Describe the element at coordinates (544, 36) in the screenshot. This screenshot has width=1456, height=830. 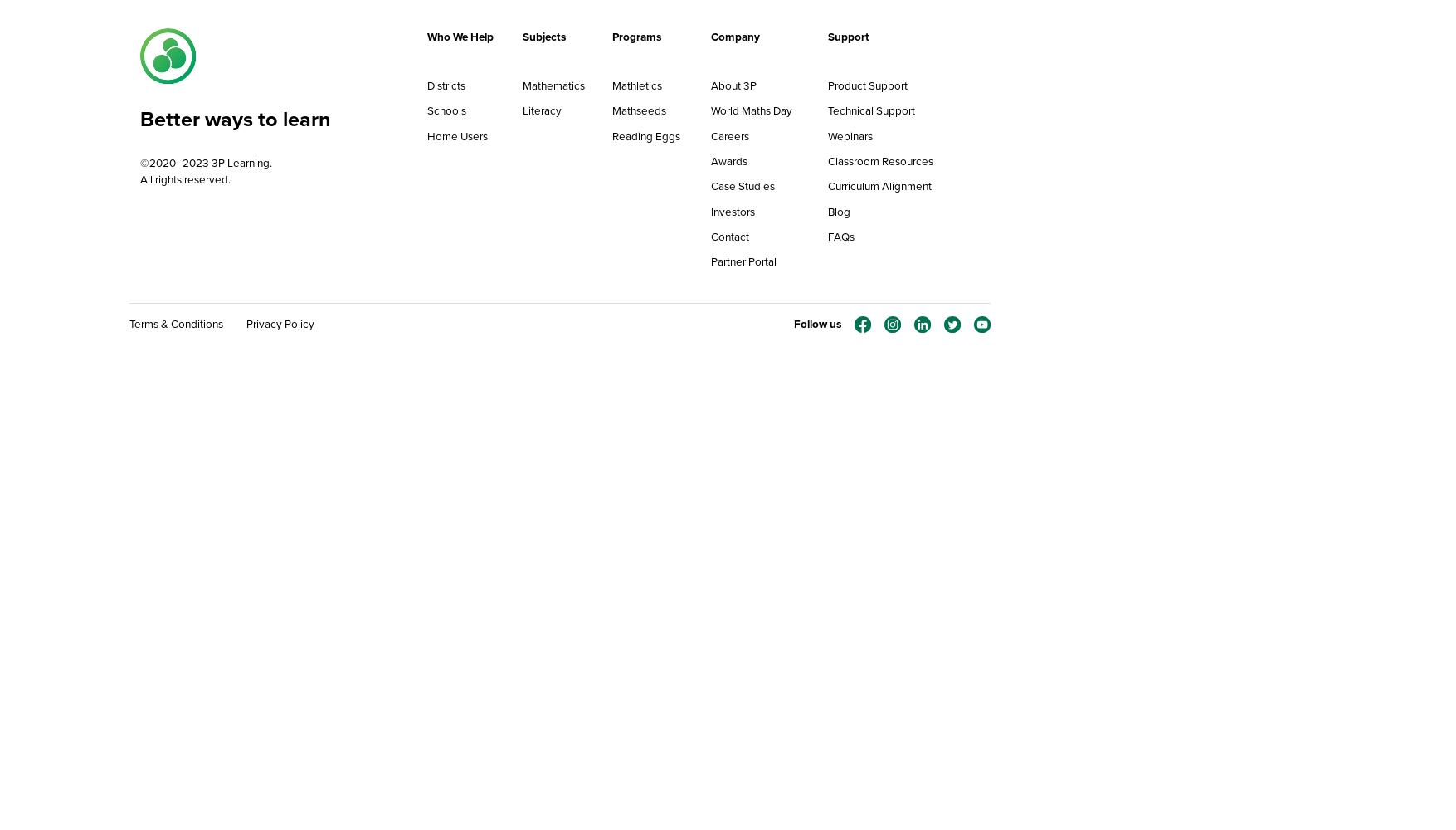
I see `'Subjects'` at that location.